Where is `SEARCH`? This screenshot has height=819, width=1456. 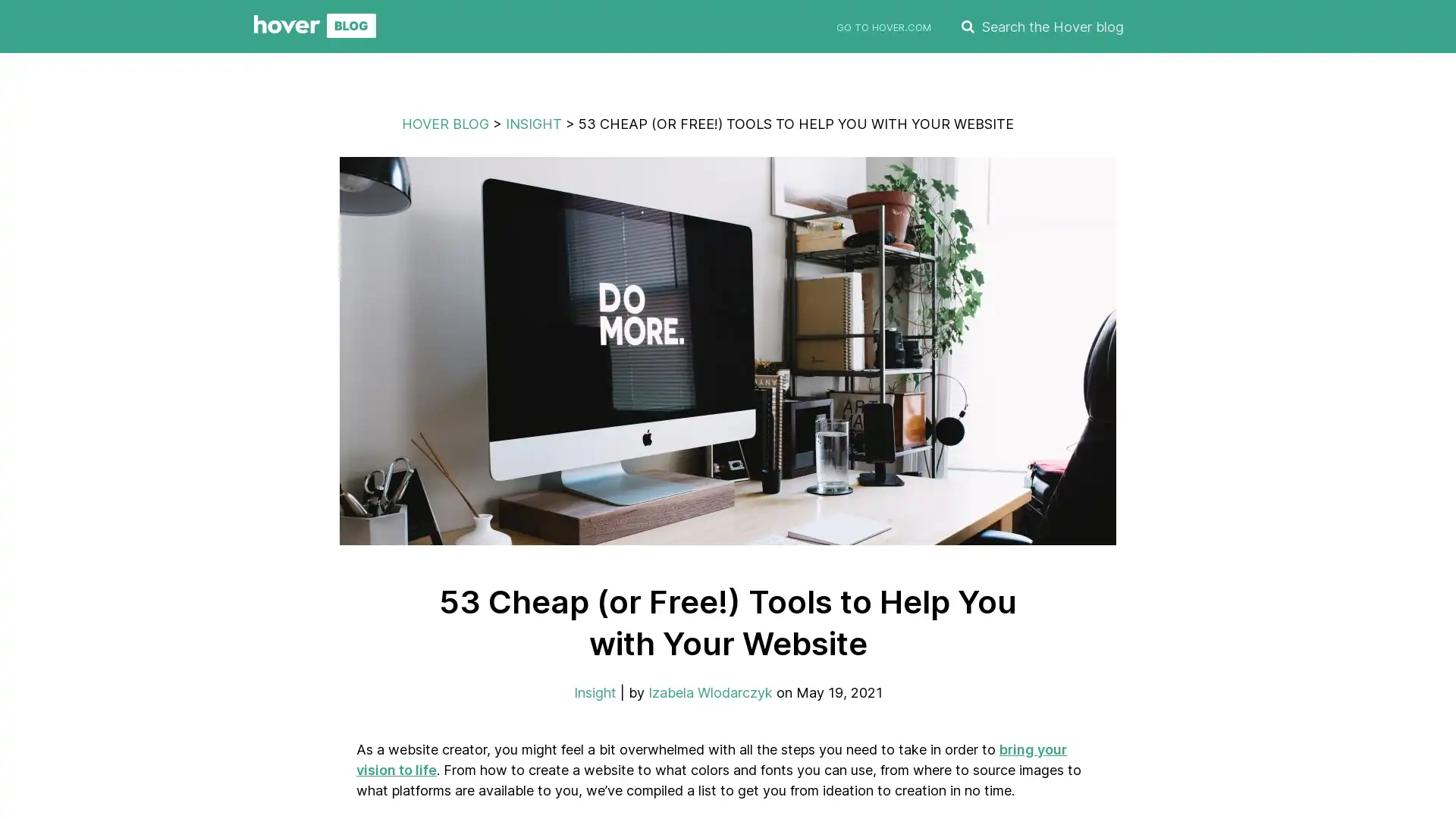 SEARCH is located at coordinates (967, 26).